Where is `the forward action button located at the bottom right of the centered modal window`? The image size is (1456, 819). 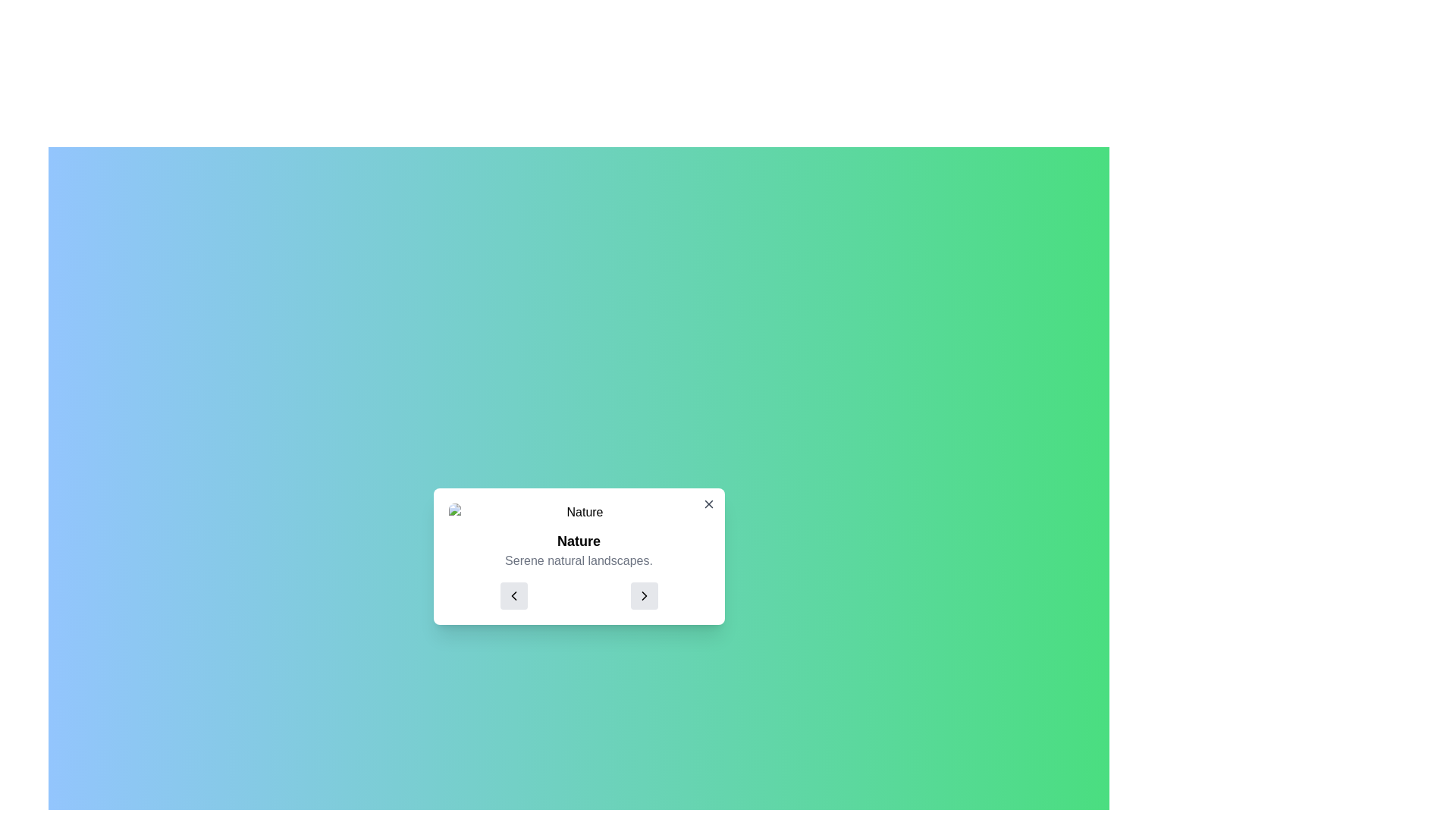
the forward action button located at the bottom right of the centered modal window is located at coordinates (644, 595).